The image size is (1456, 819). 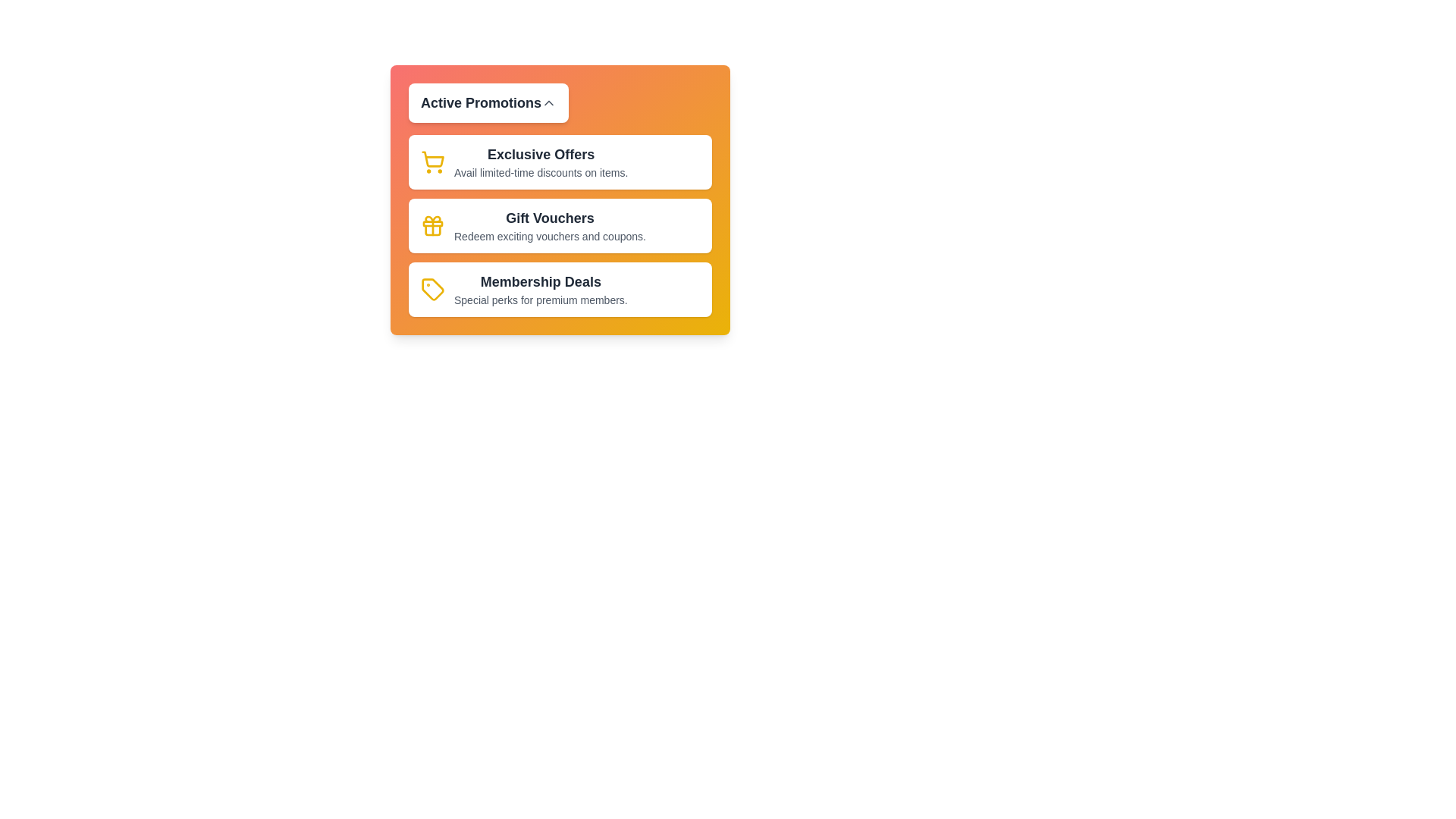 I want to click on the icon corresponding to Exclusive Offers to interact with it, so click(x=432, y=162).